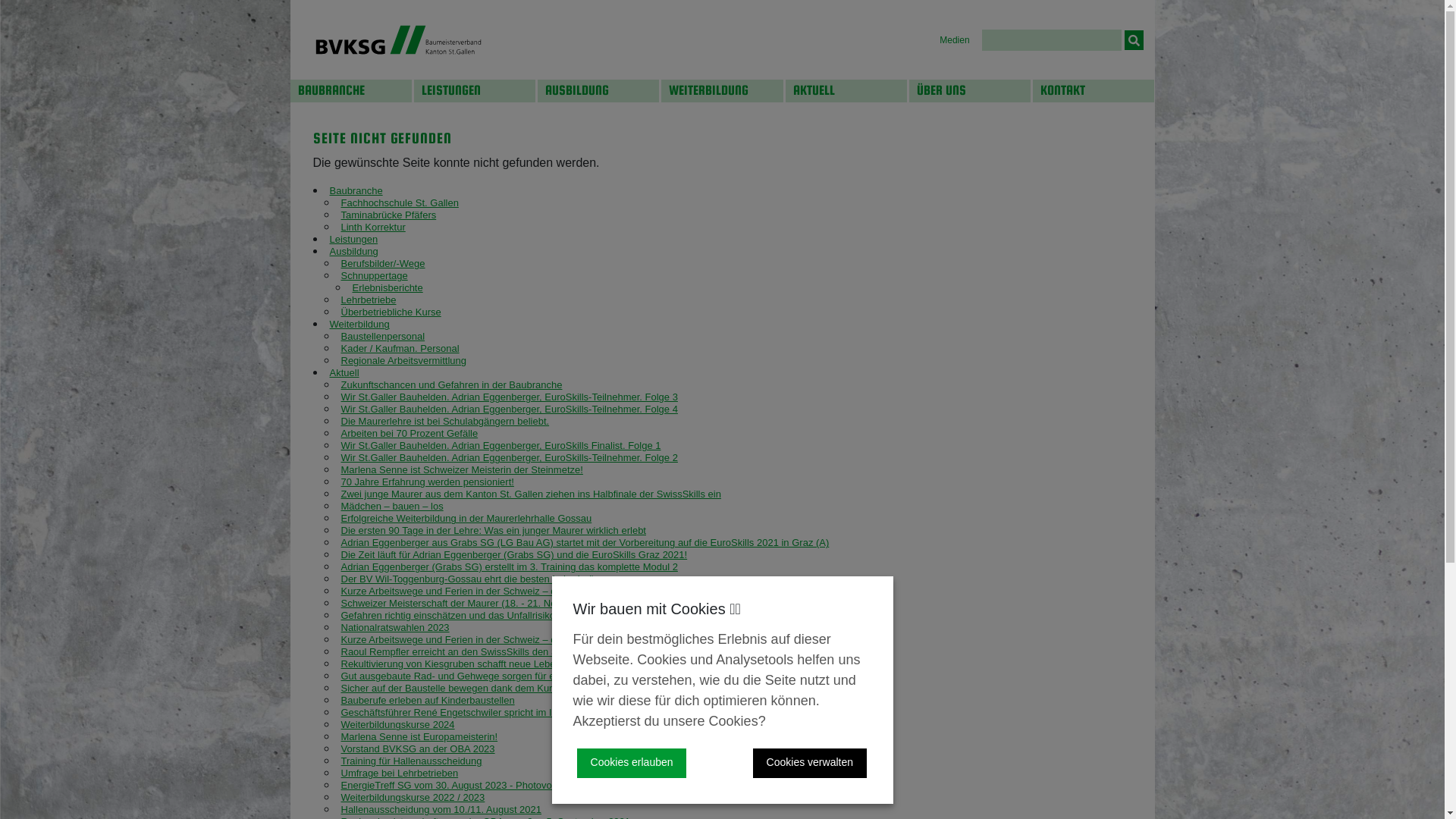 Image resolution: width=1456 pixels, height=819 pixels. What do you see at coordinates (328, 372) in the screenshot?
I see `'Aktuell'` at bounding box center [328, 372].